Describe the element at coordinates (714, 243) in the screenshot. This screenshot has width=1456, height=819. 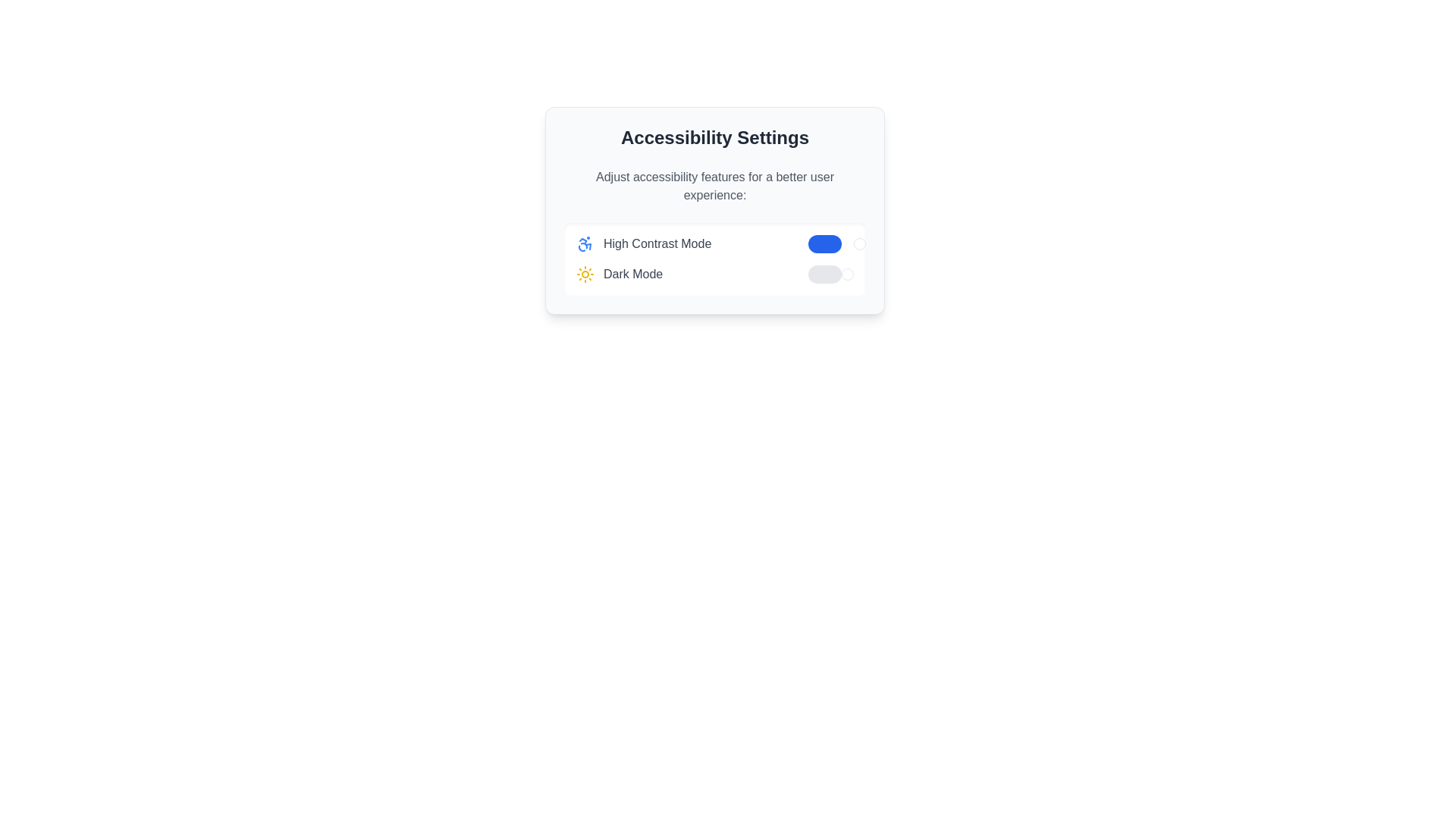
I see `the 'High Contrast Mode' toggle switch` at that location.